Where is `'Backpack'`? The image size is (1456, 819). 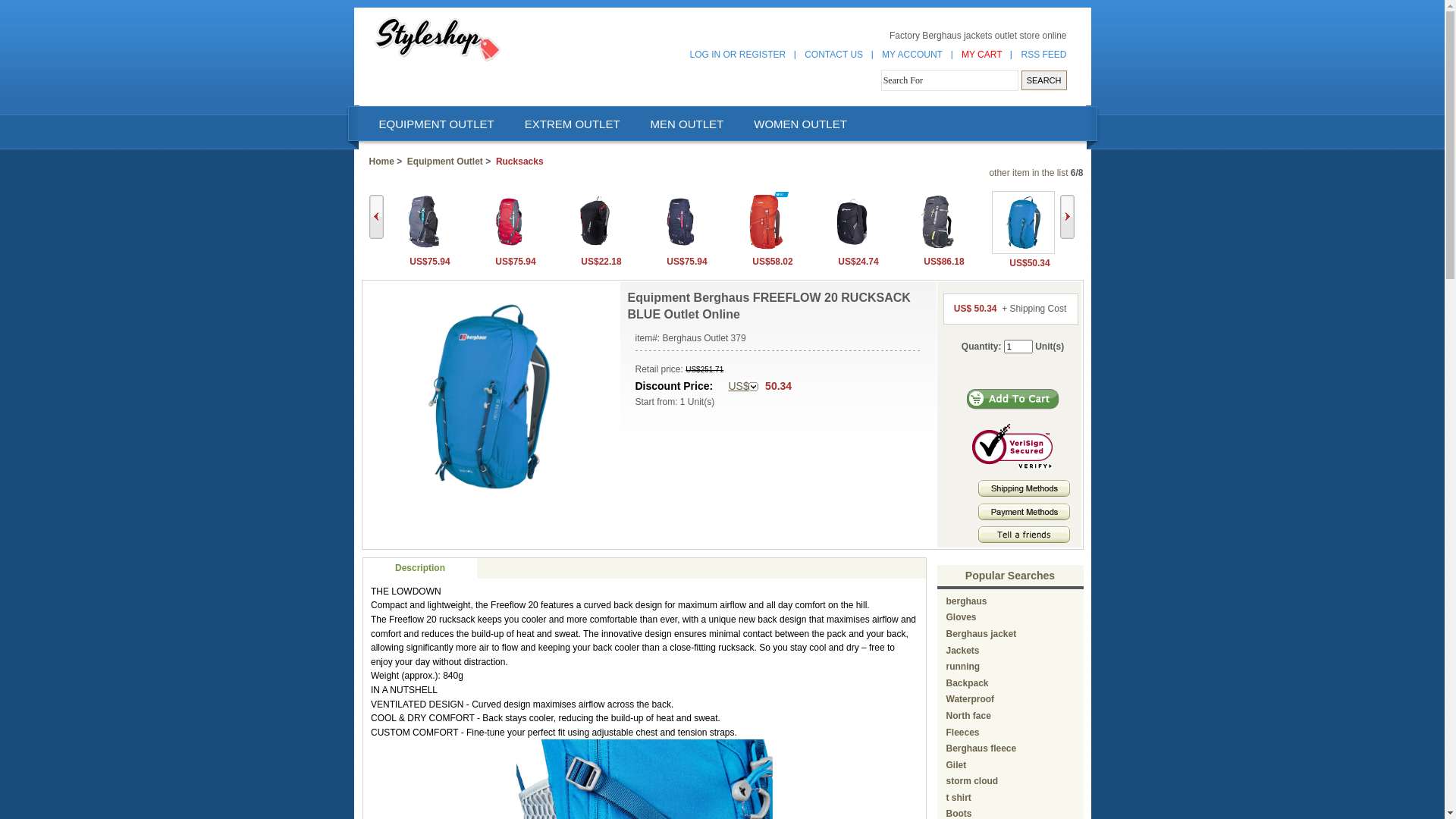
'Backpack' is located at coordinates (967, 683).